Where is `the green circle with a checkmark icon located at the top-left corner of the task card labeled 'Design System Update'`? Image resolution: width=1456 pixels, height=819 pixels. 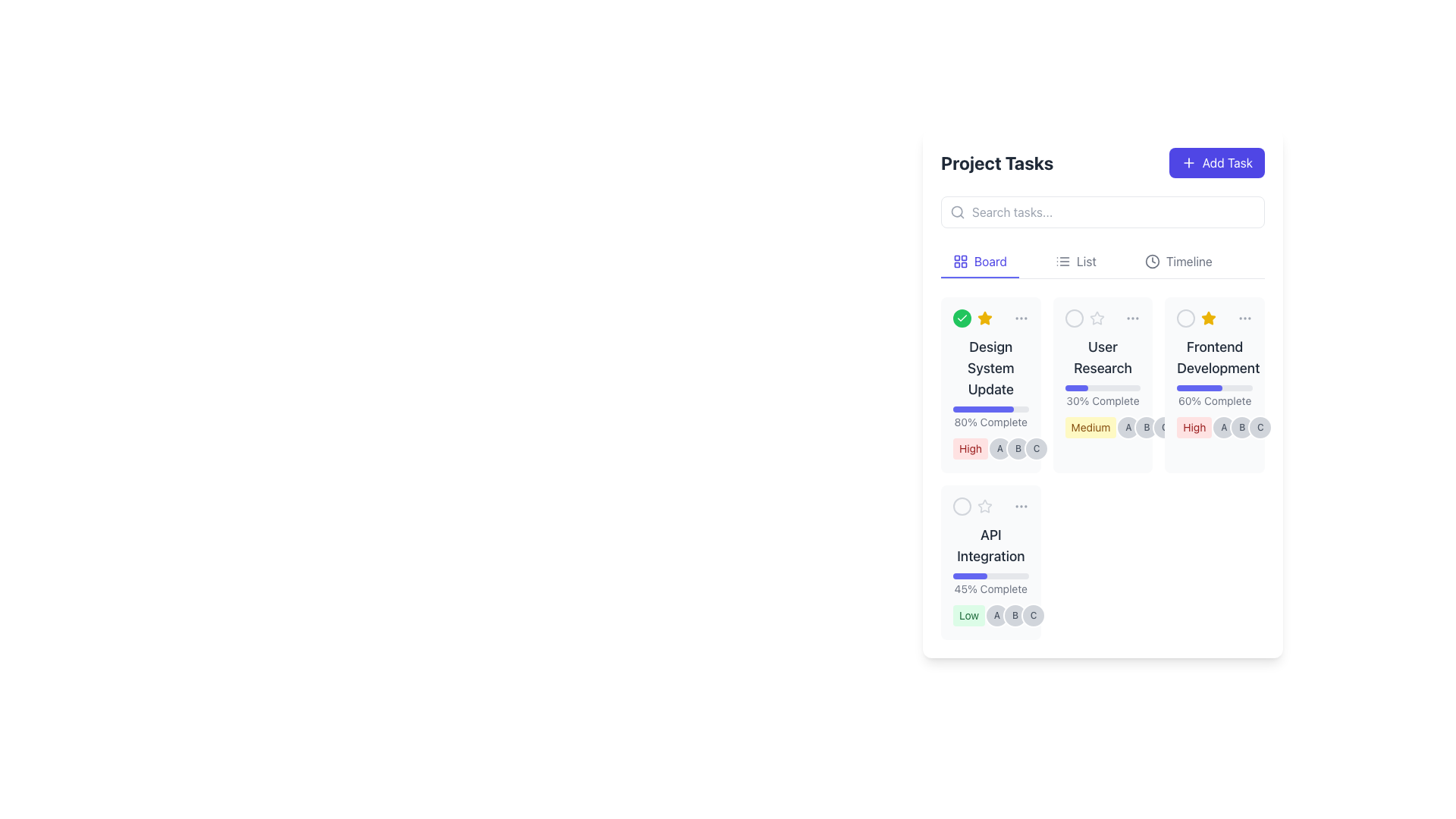
the green circle with a checkmark icon located at the top-left corner of the task card labeled 'Design System Update' is located at coordinates (972, 318).